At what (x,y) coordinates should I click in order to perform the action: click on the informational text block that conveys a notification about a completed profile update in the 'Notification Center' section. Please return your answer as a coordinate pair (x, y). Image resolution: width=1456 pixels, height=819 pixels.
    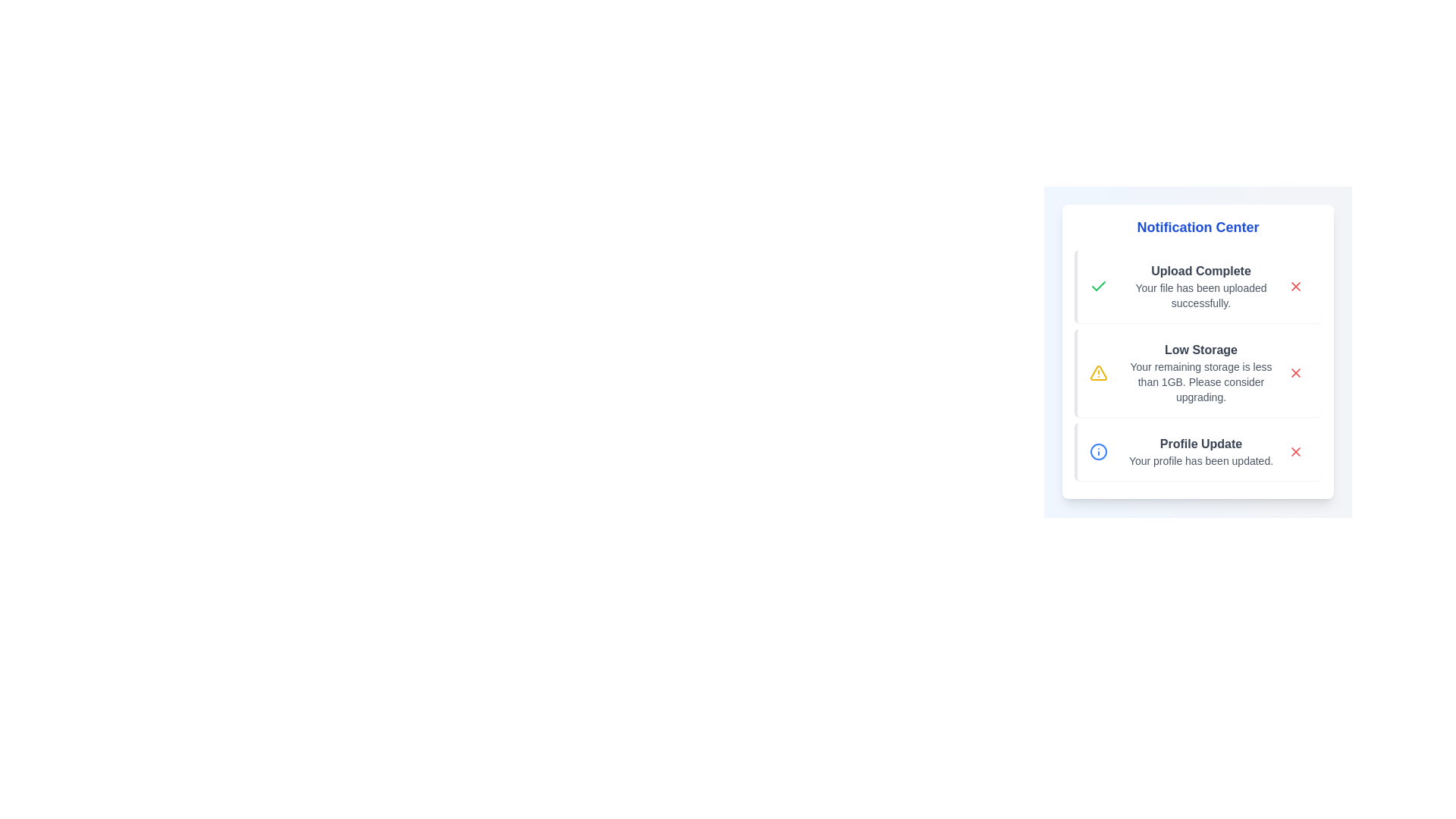
    Looking at the image, I should click on (1200, 451).